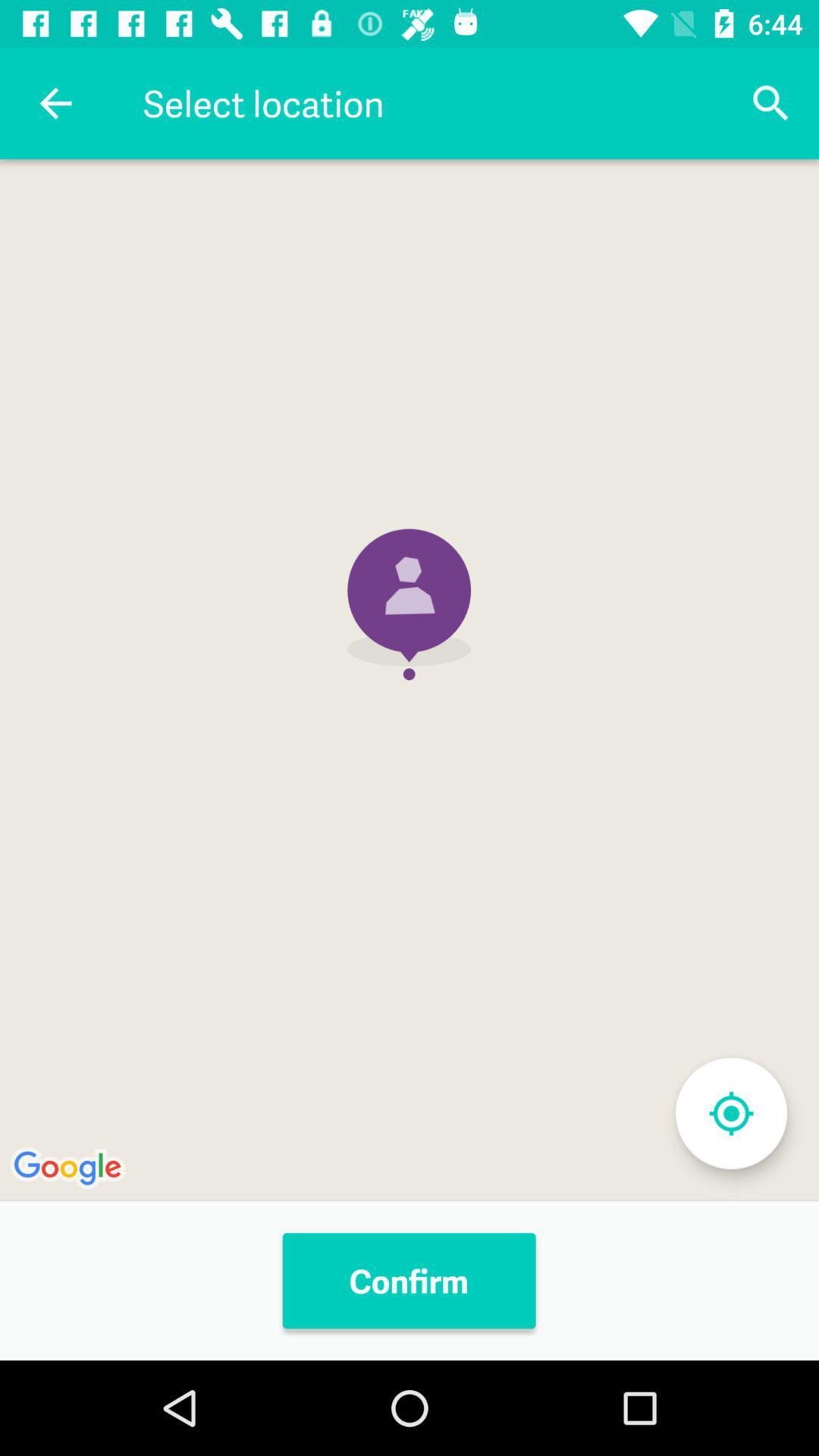 The height and width of the screenshot is (1456, 819). Describe the element at coordinates (55, 102) in the screenshot. I see `go back` at that location.